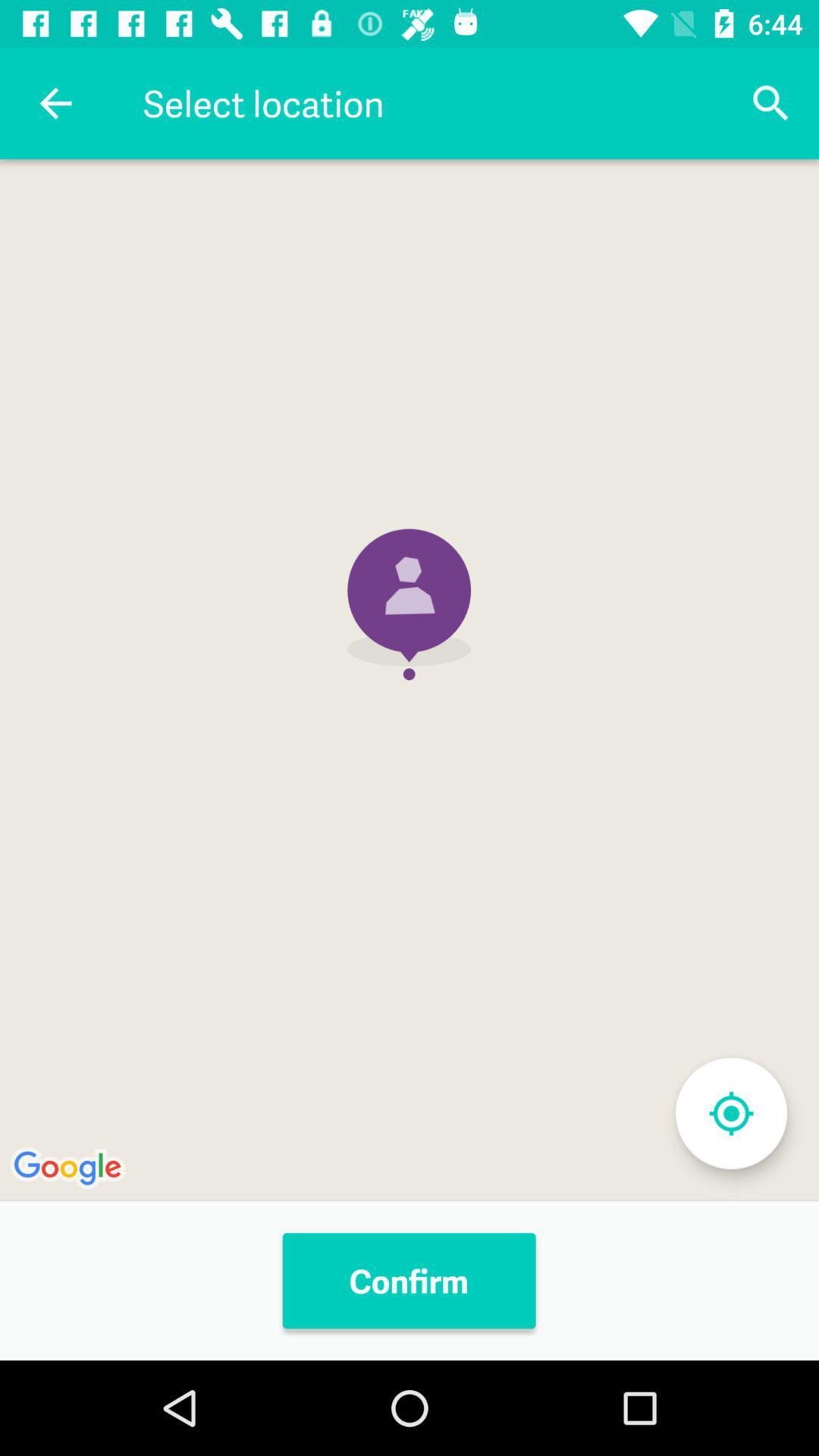 The height and width of the screenshot is (1456, 819). Describe the element at coordinates (55, 102) in the screenshot. I see `go back` at that location.